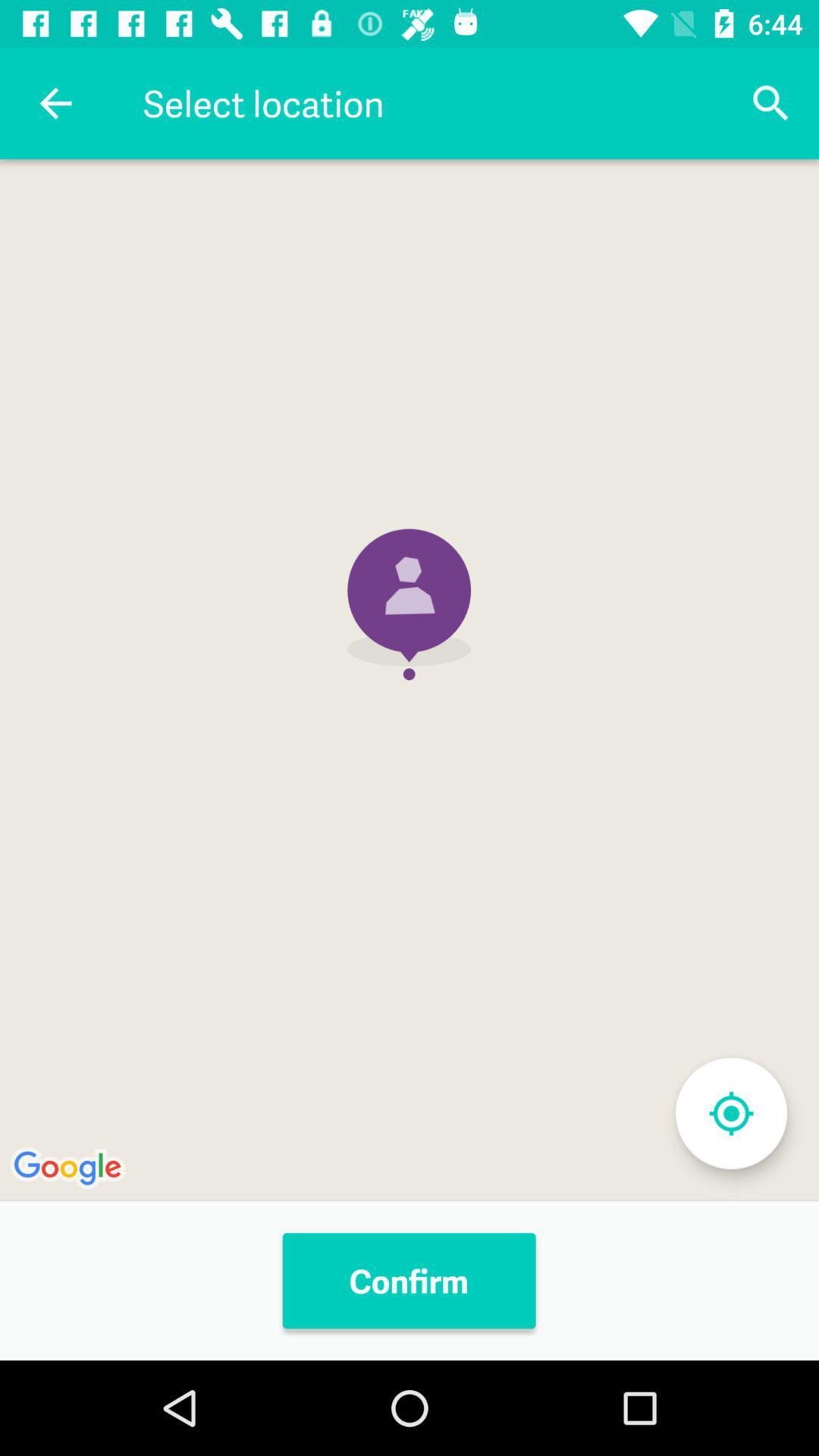 The height and width of the screenshot is (1456, 819). Describe the element at coordinates (55, 102) in the screenshot. I see `go back` at that location.